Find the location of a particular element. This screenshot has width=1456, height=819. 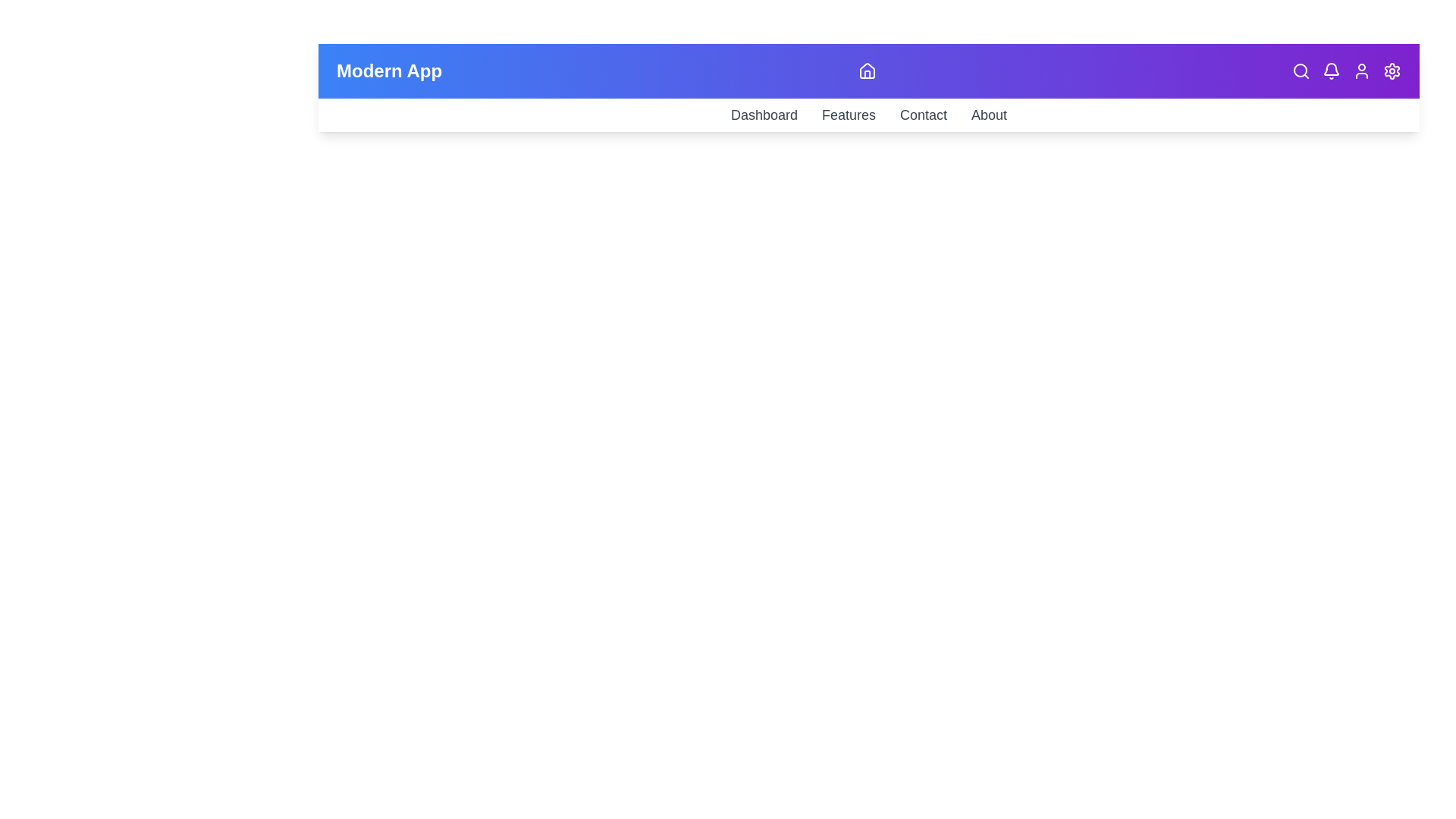

the Bell icon to simulate its action is located at coordinates (1331, 71).